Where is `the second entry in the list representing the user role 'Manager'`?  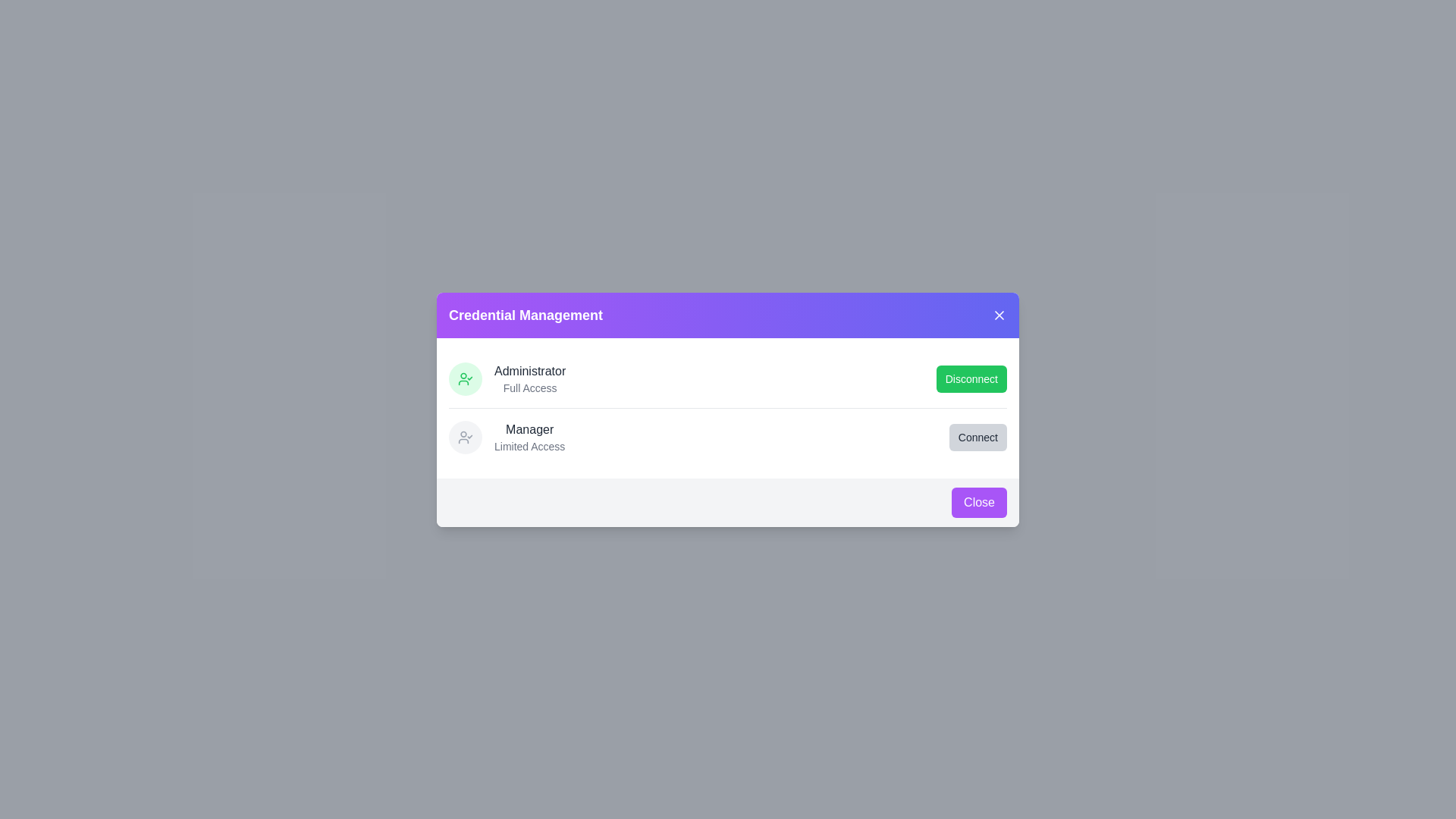 the second entry in the list representing the user role 'Manager' is located at coordinates (728, 436).